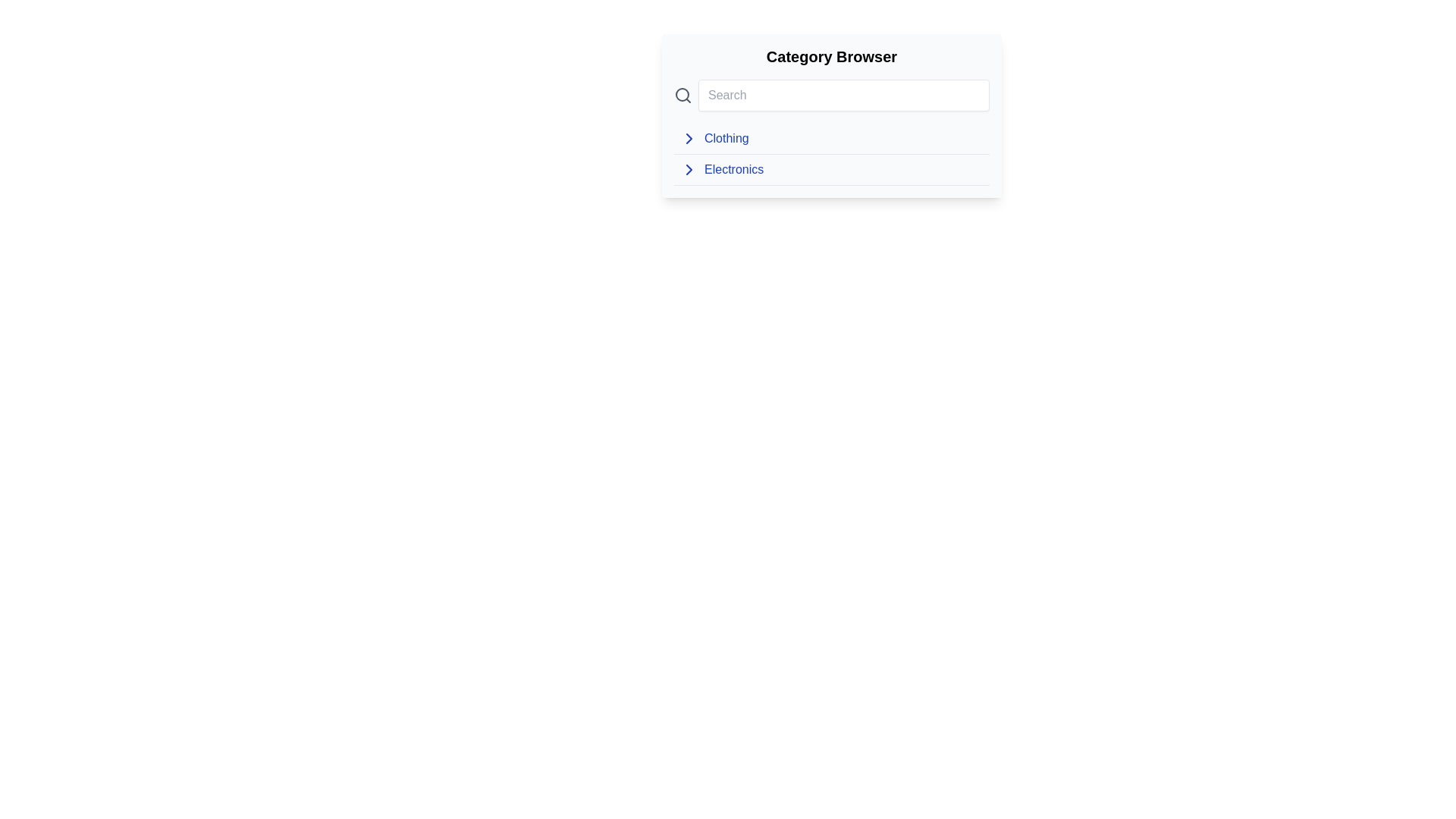 This screenshot has width=1456, height=819. Describe the element at coordinates (682, 94) in the screenshot. I see `the SVG Circle Shape that represents a magnifying glass, located to the left of the search bar in the 'Category Browser' box` at that location.